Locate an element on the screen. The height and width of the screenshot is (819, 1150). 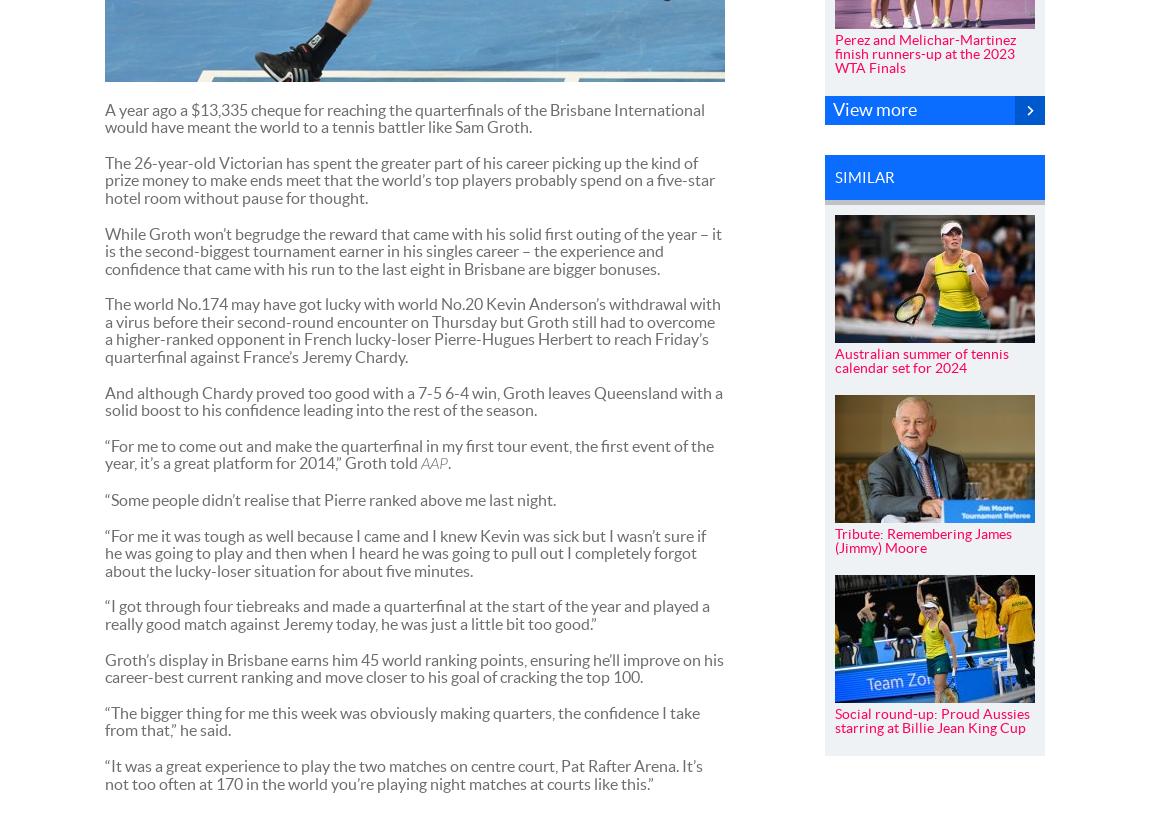
'“Some people didn’t realise that Pierre ranked above me last night.' is located at coordinates (103, 498).